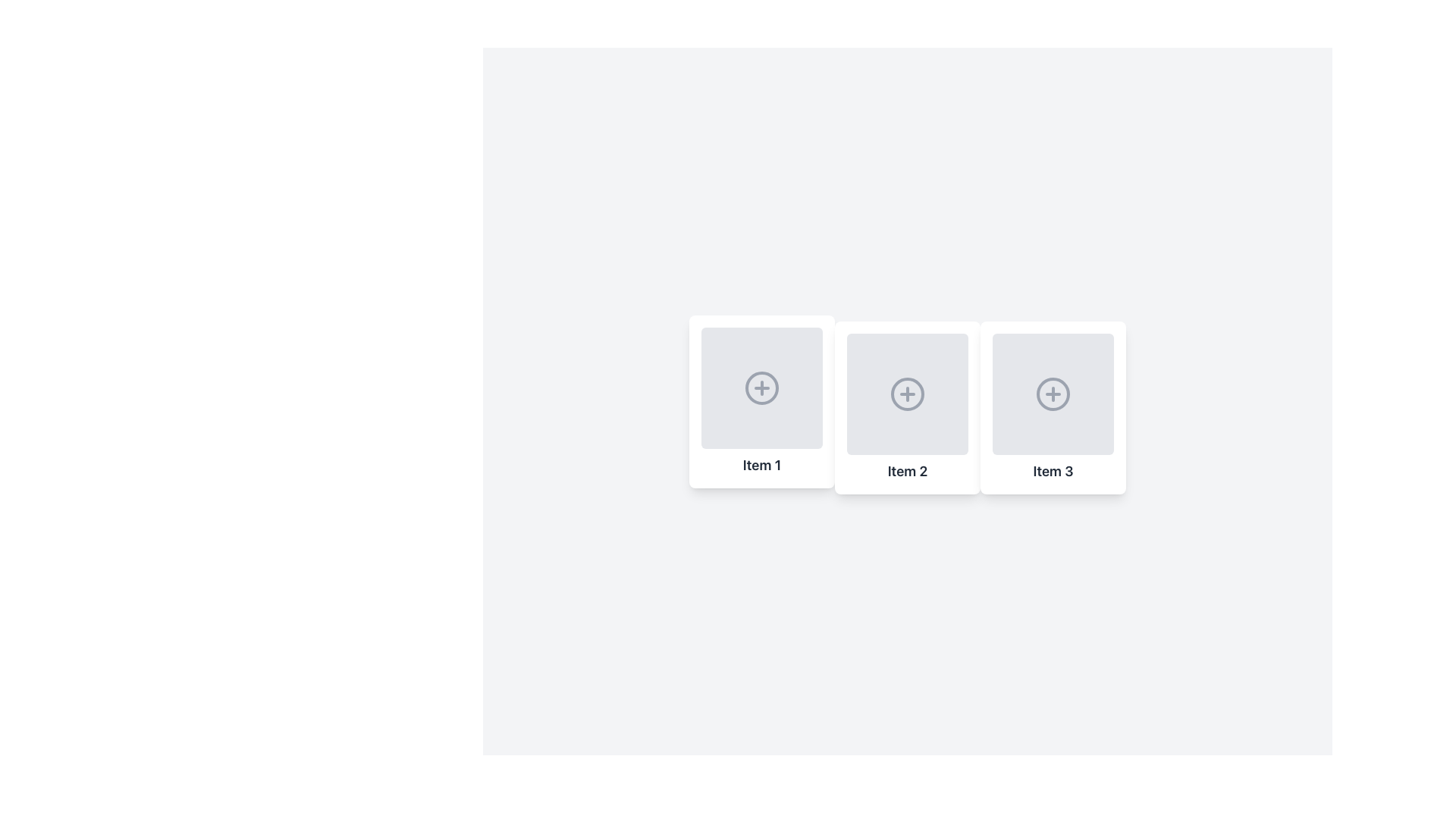 The image size is (1456, 819). I want to click on the circular icon button with a gray border and a gray '+' in the center located in 'Item 1', so click(761, 387).